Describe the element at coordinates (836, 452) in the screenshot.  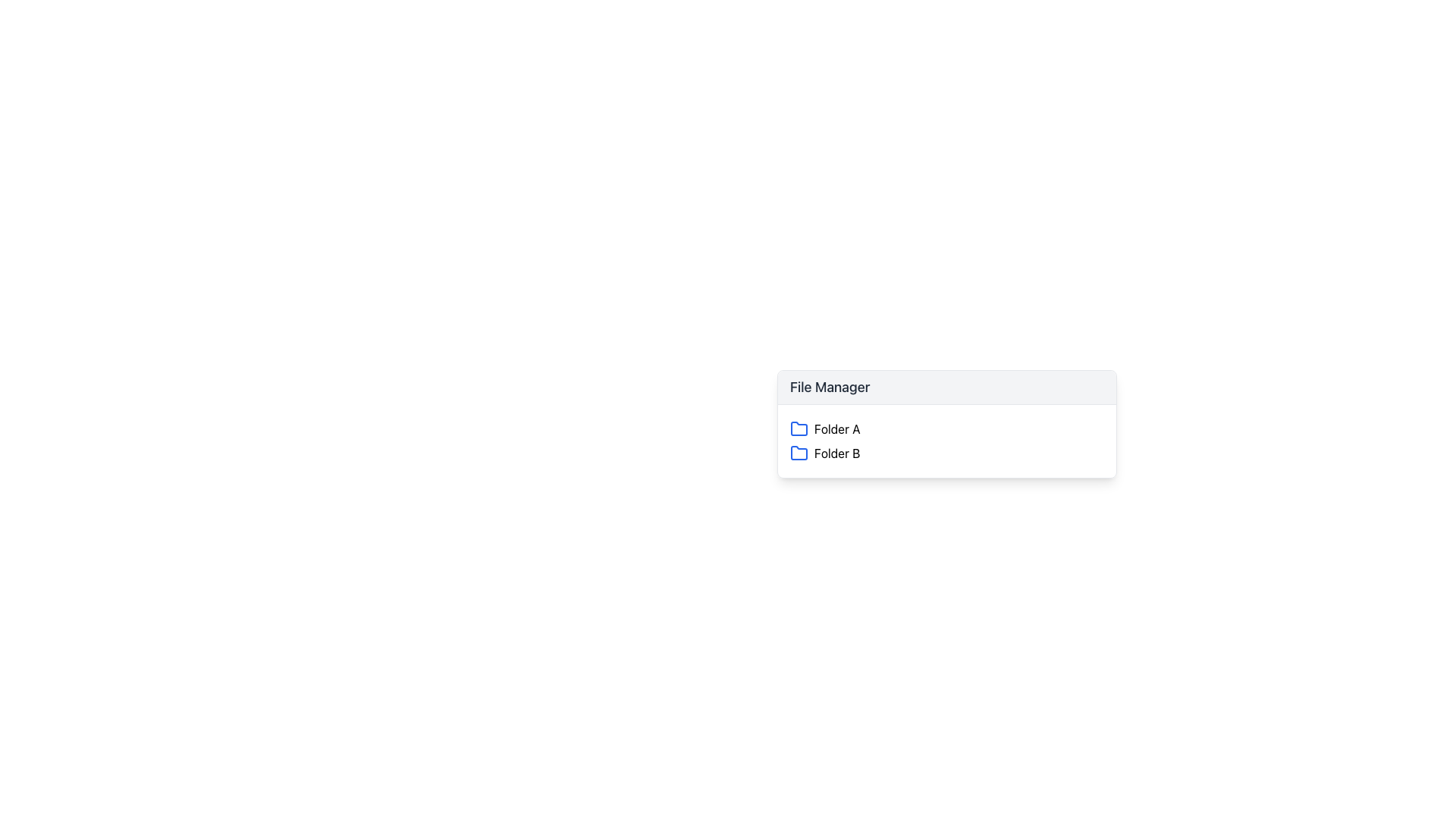
I see `the text label 'Folder B' which is the second item` at that location.